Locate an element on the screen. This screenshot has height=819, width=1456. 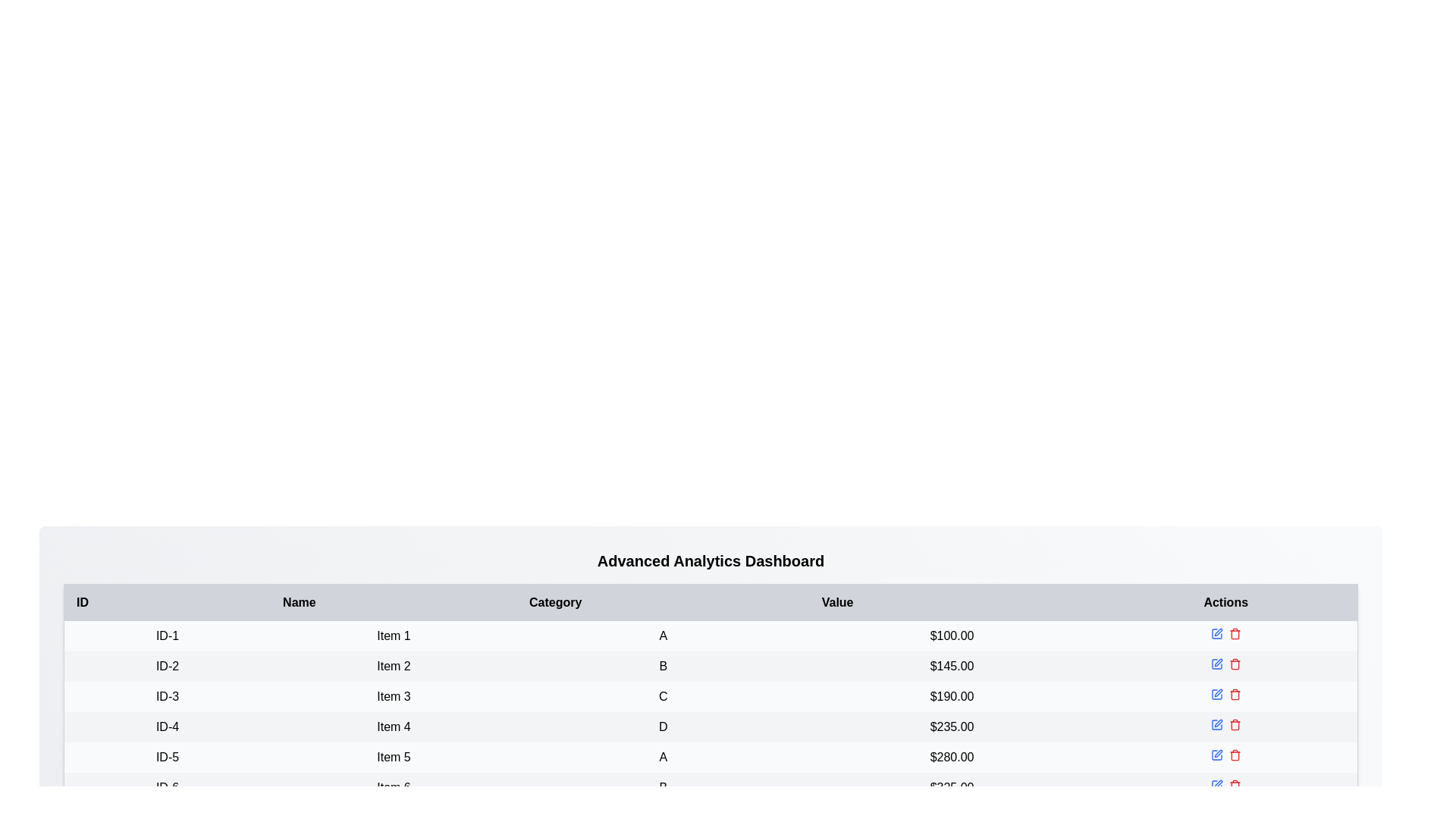
the table header to sort by Category is located at coordinates (663, 601).